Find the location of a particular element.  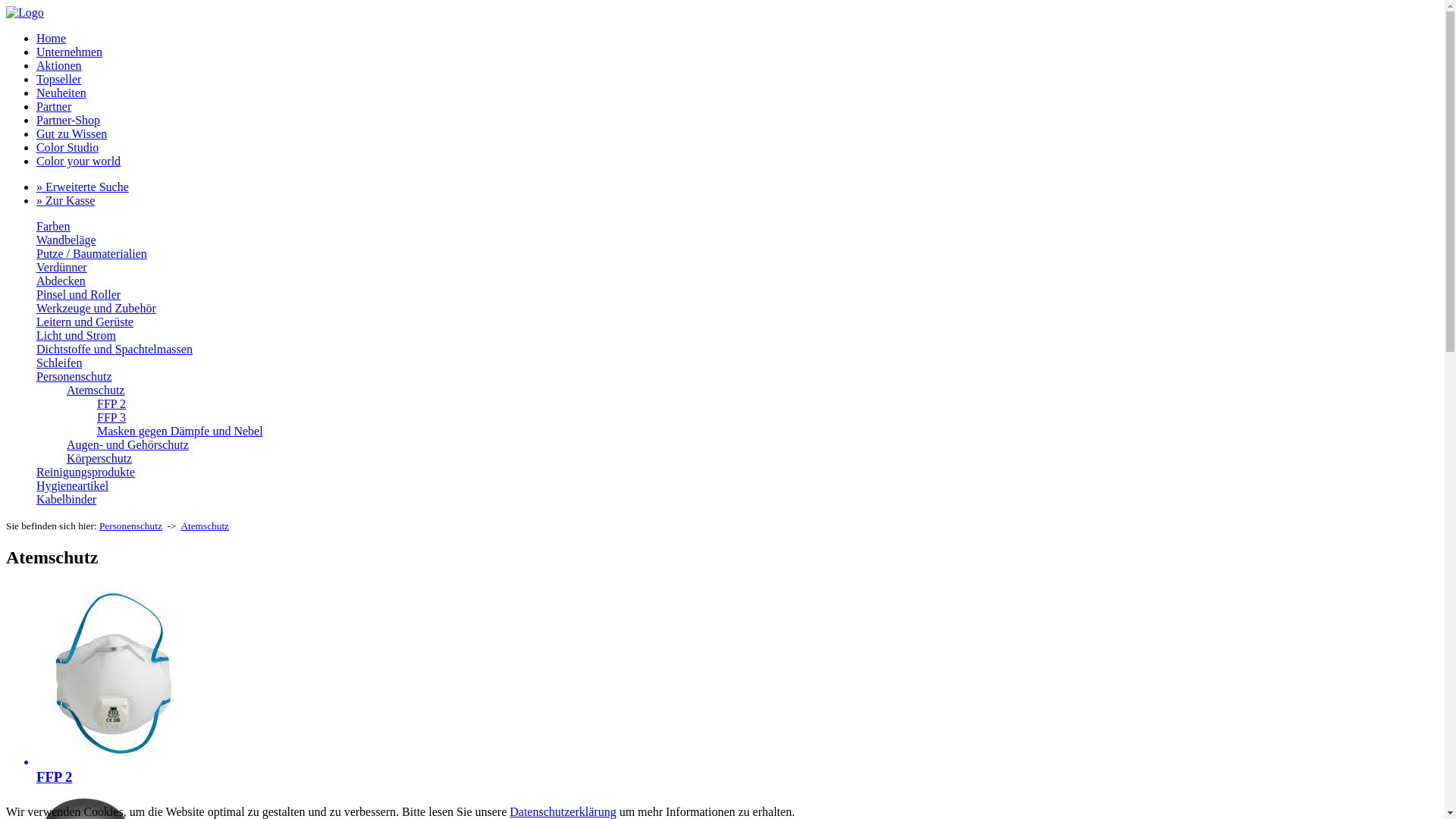

'Schleifen' is located at coordinates (58, 362).